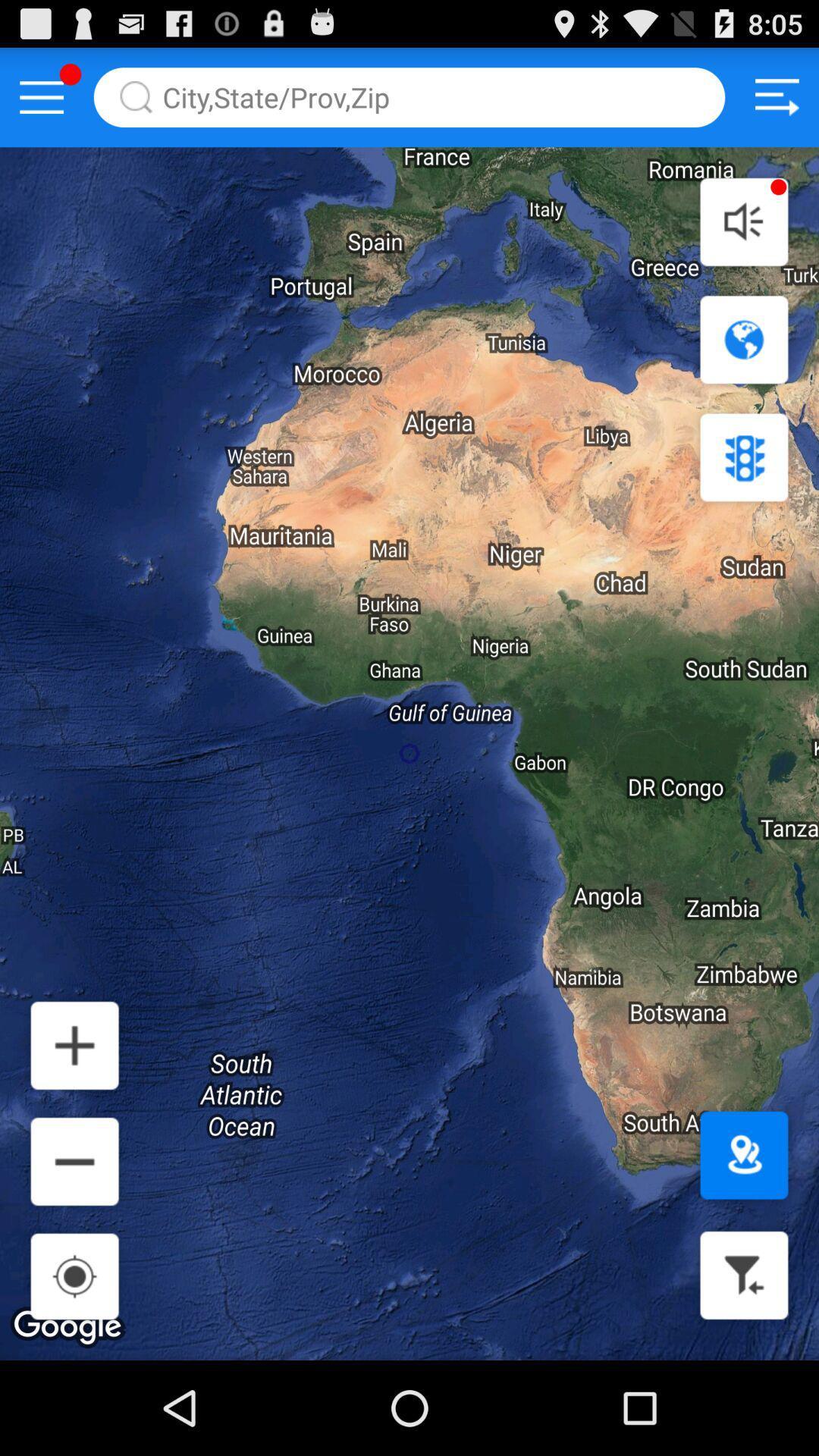 The height and width of the screenshot is (1456, 819). What do you see at coordinates (743, 339) in the screenshot?
I see `google earth` at bounding box center [743, 339].